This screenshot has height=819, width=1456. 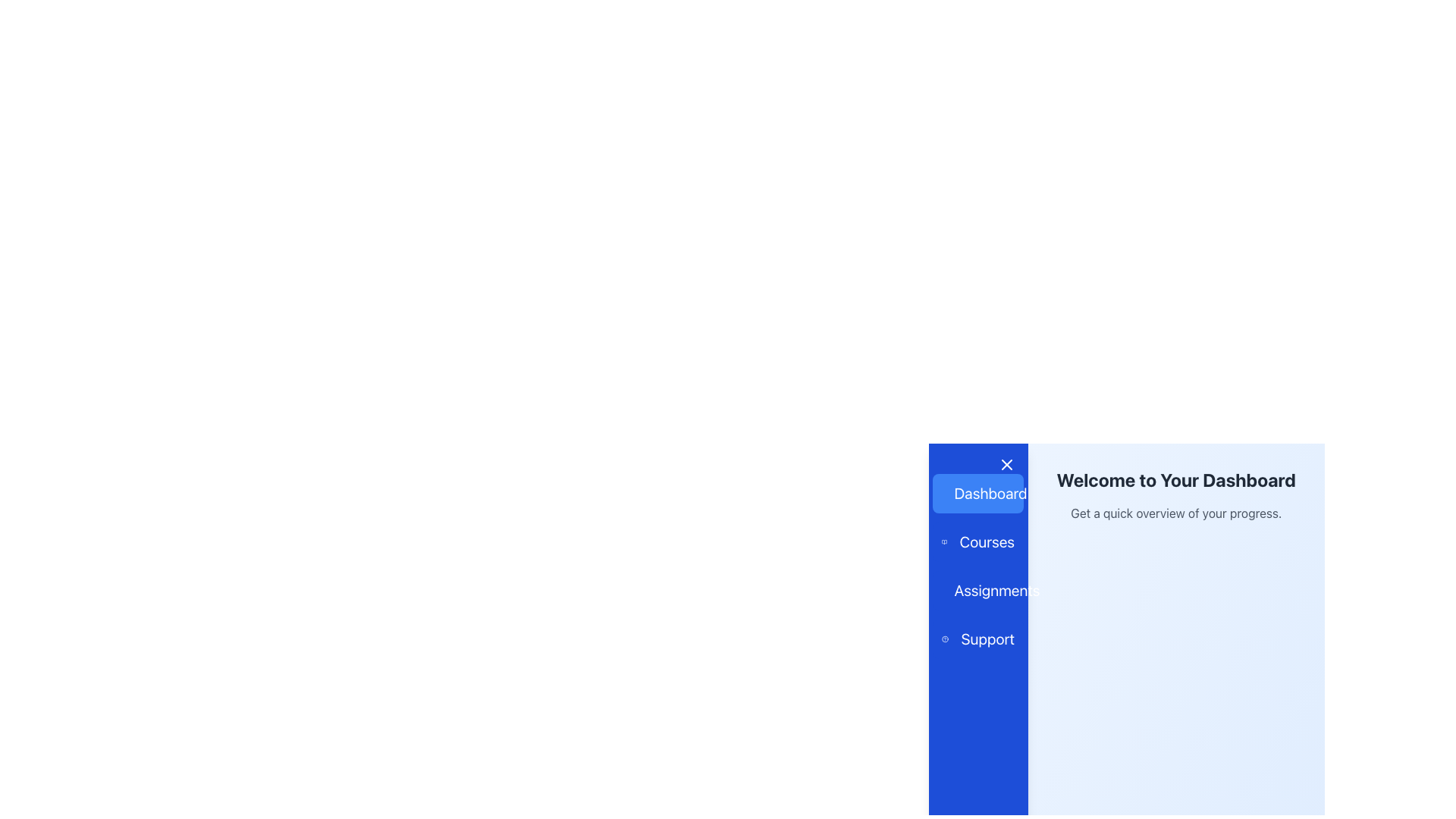 I want to click on the 'Courses' button, which has a blue background, rounded edges, and is located in the vertical navigation menu after the 'Dashboard' button, so click(x=978, y=541).